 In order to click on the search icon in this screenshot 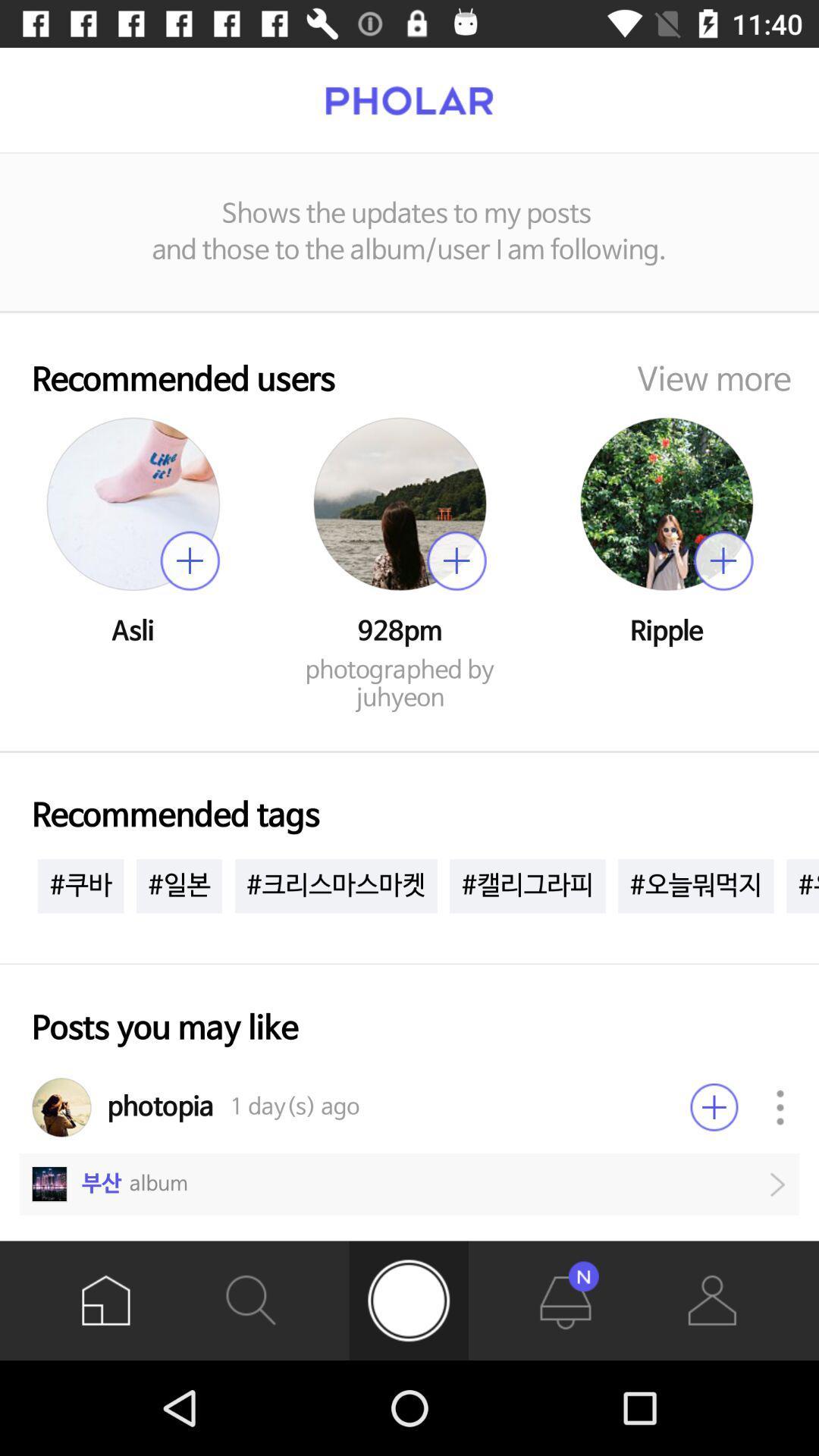, I will do `click(251, 1299)`.